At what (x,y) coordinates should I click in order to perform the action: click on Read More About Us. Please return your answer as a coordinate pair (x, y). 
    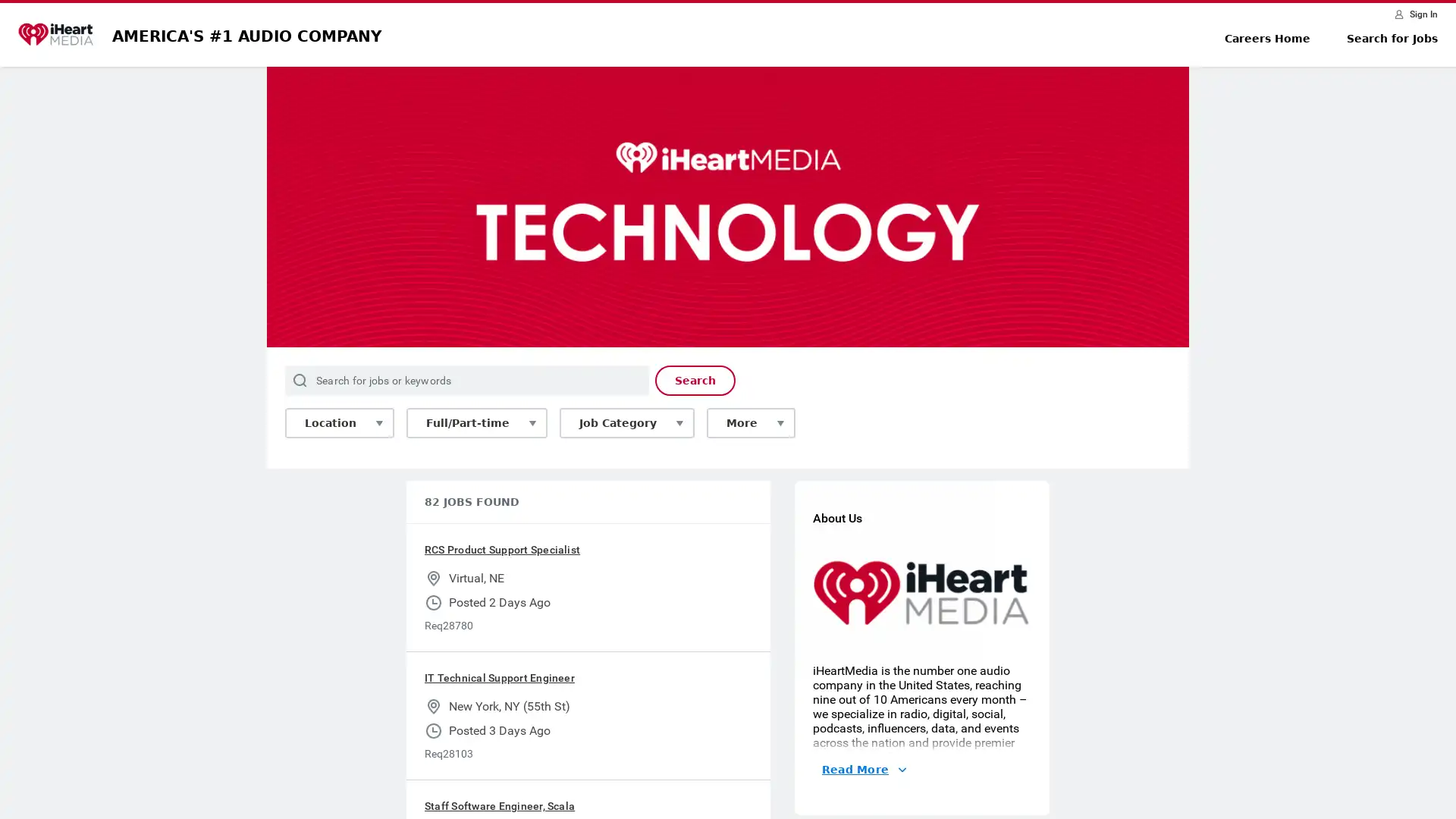
    Looking at the image, I should click on (856, 769).